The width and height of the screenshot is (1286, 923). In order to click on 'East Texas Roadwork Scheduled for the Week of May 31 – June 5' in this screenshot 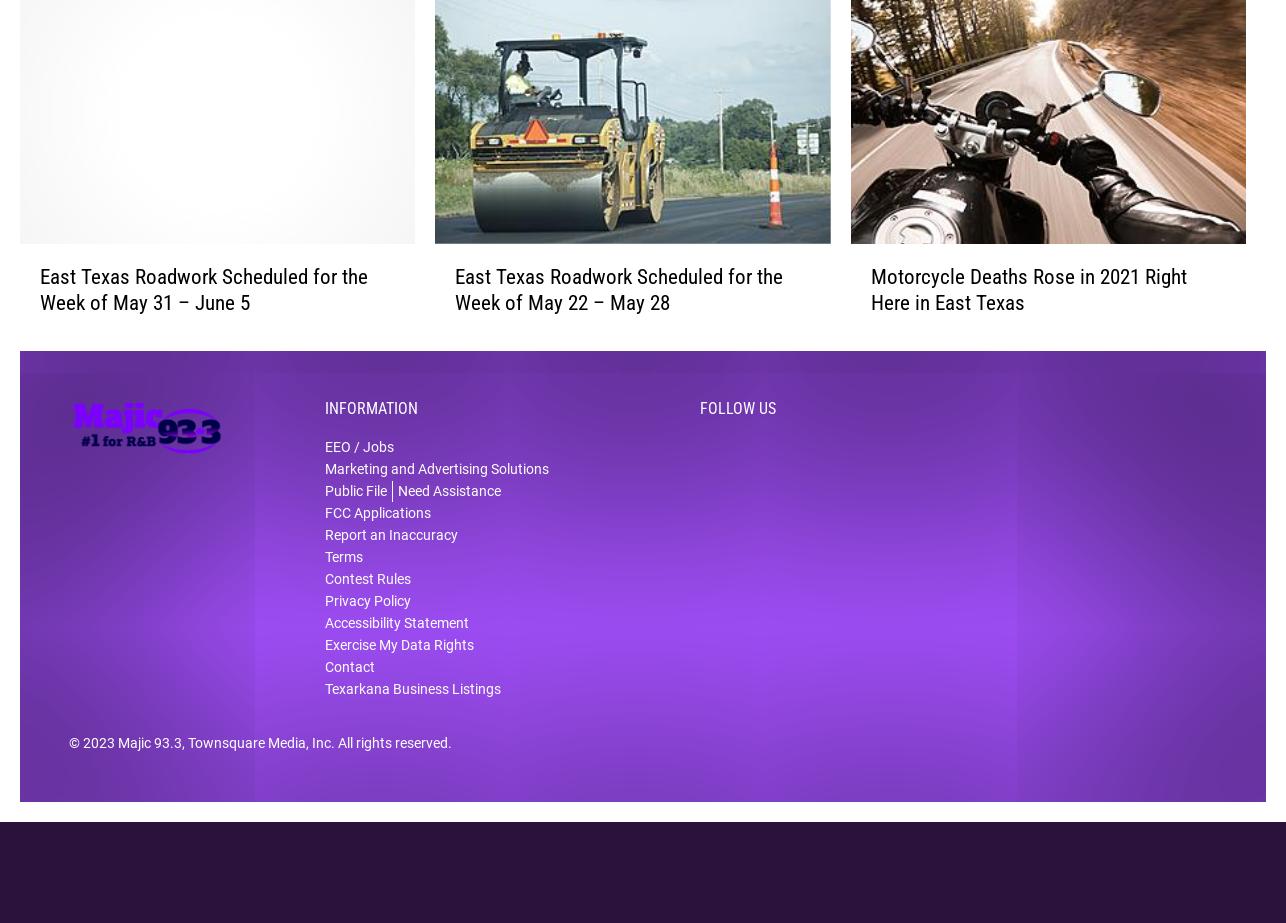, I will do `click(203, 303)`.